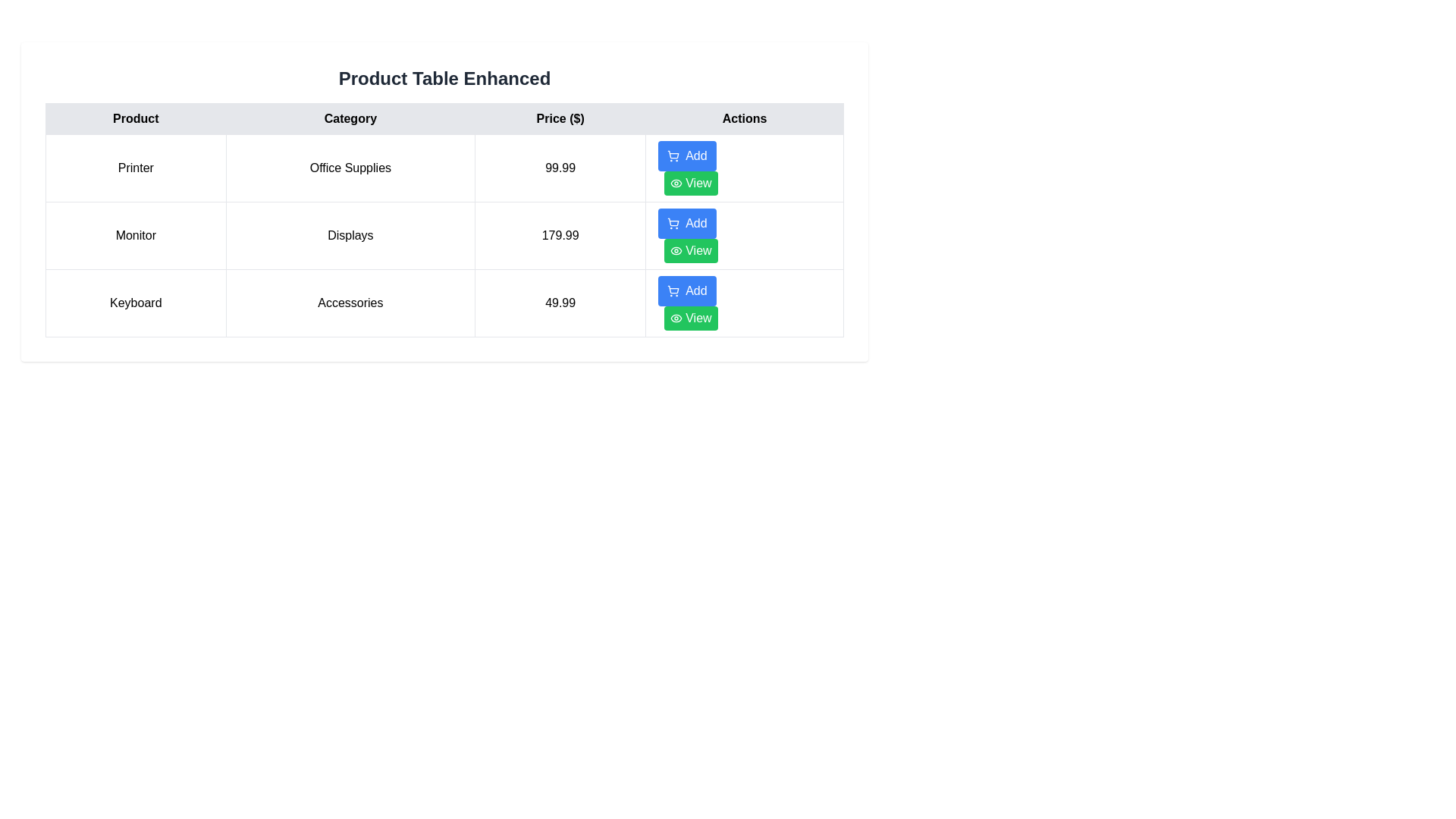  What do you see at coordinates (673, 289) in the screenshot?
I see `the decorative icon within the 'Add' button located in the third row of the 'Actions' column in the table` at bounding box center [673, 289].